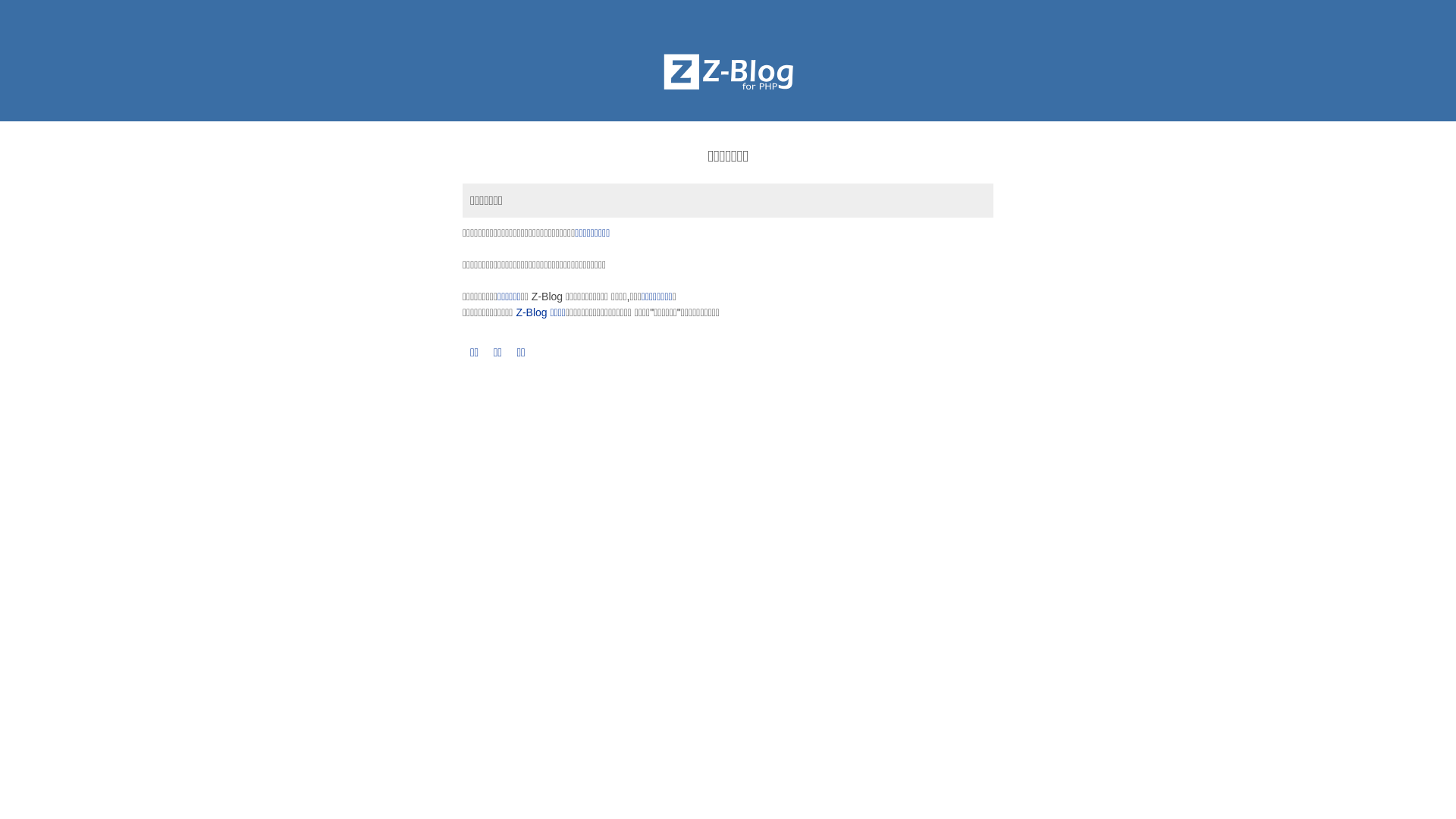 The image size is (1456, 819). What do you see at coordinates (651, 72) in the screenshot?
I see `'Z-BlogPHP'` at bounding box center [651, 72].